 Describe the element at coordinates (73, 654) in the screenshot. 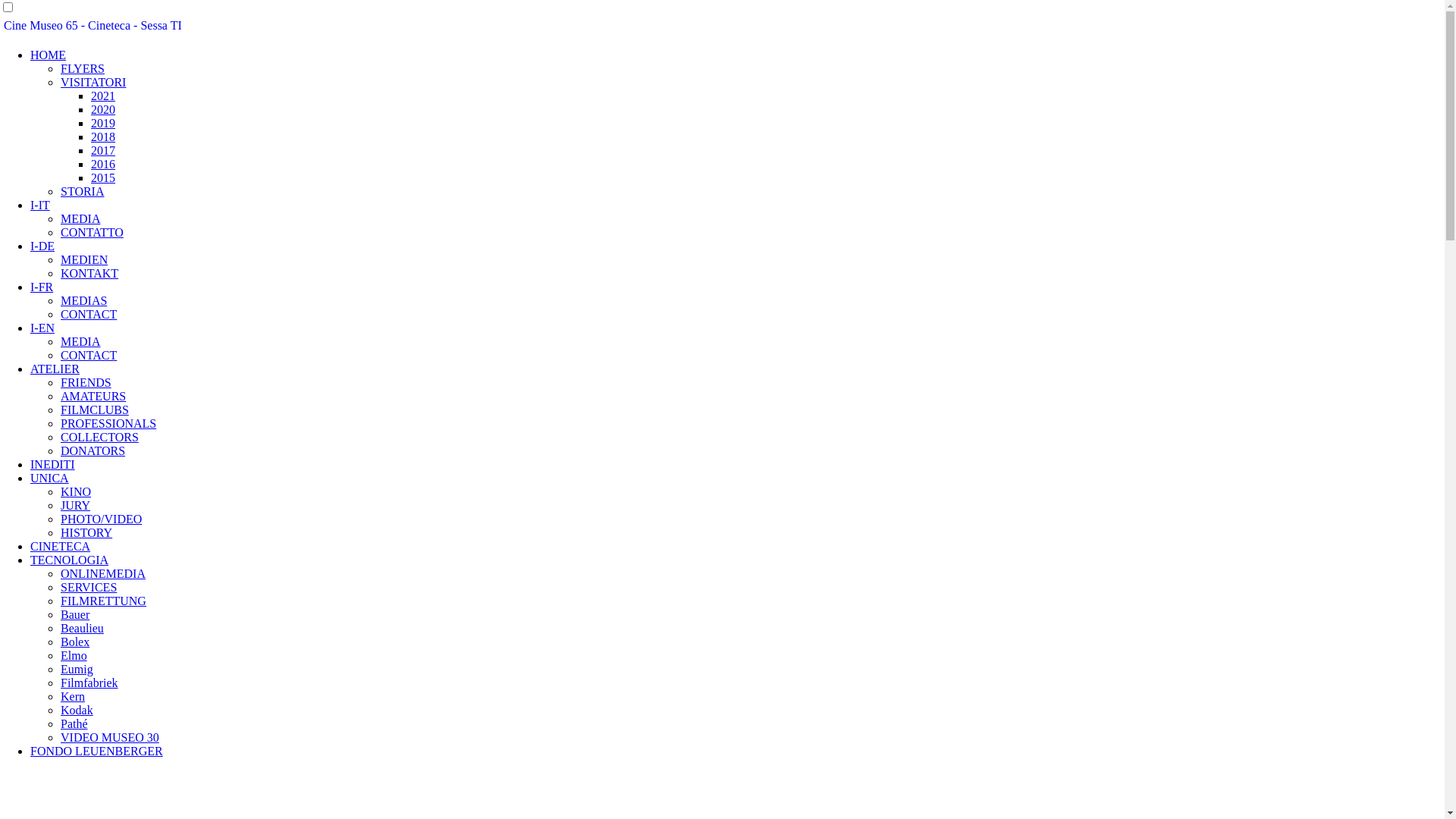

I see `'Elmo'` at that location.